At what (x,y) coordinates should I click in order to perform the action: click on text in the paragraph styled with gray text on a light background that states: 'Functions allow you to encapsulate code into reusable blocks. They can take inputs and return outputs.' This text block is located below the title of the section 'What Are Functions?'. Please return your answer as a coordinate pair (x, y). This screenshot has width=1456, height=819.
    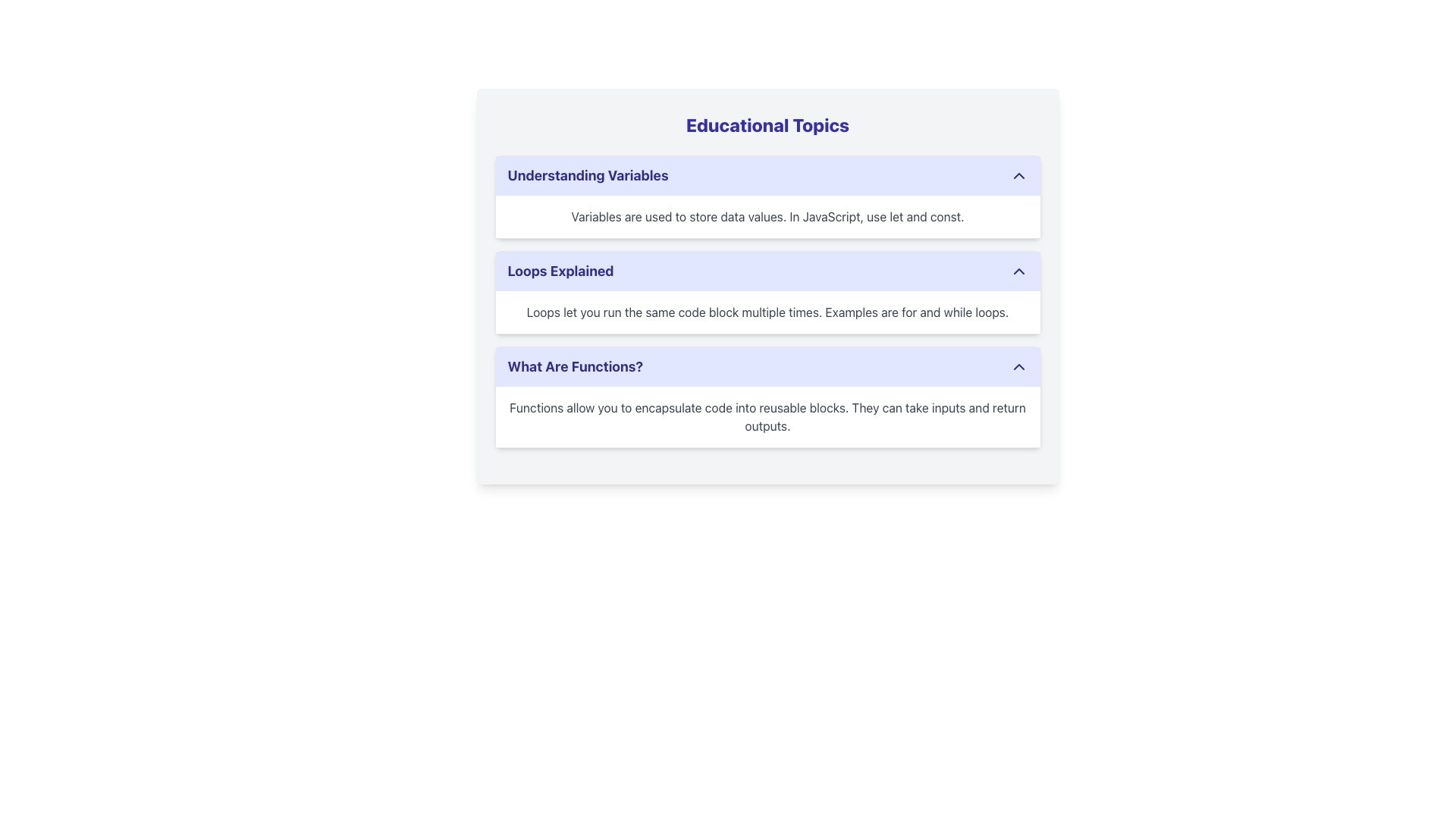
    Looking at the image, I should click on (767, 417).